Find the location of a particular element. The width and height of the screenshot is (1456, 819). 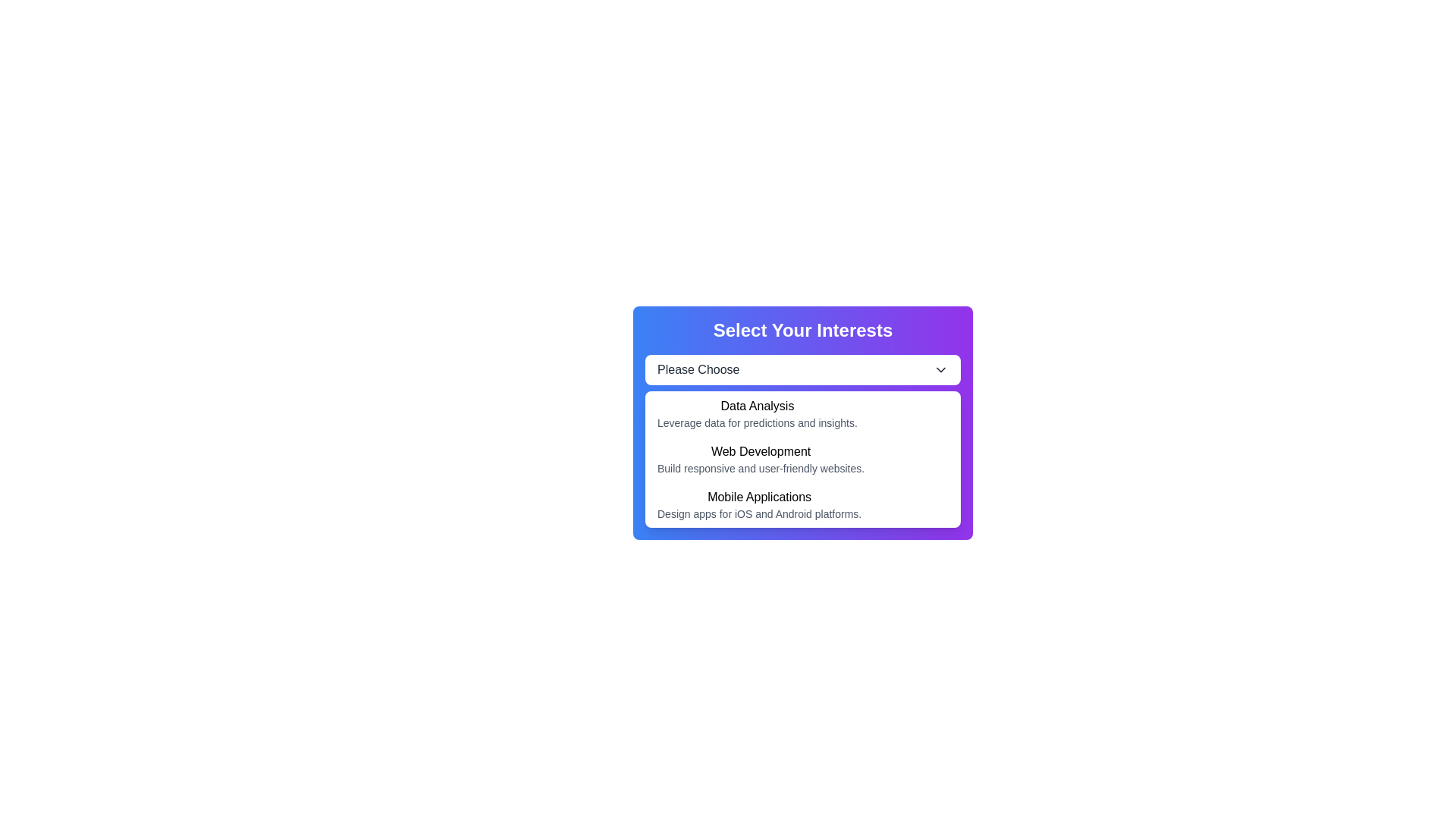

the text label titled 'Data Analysis' located within the selectable list under 'Select Your Interests.' is located at coordinates (757, 414).